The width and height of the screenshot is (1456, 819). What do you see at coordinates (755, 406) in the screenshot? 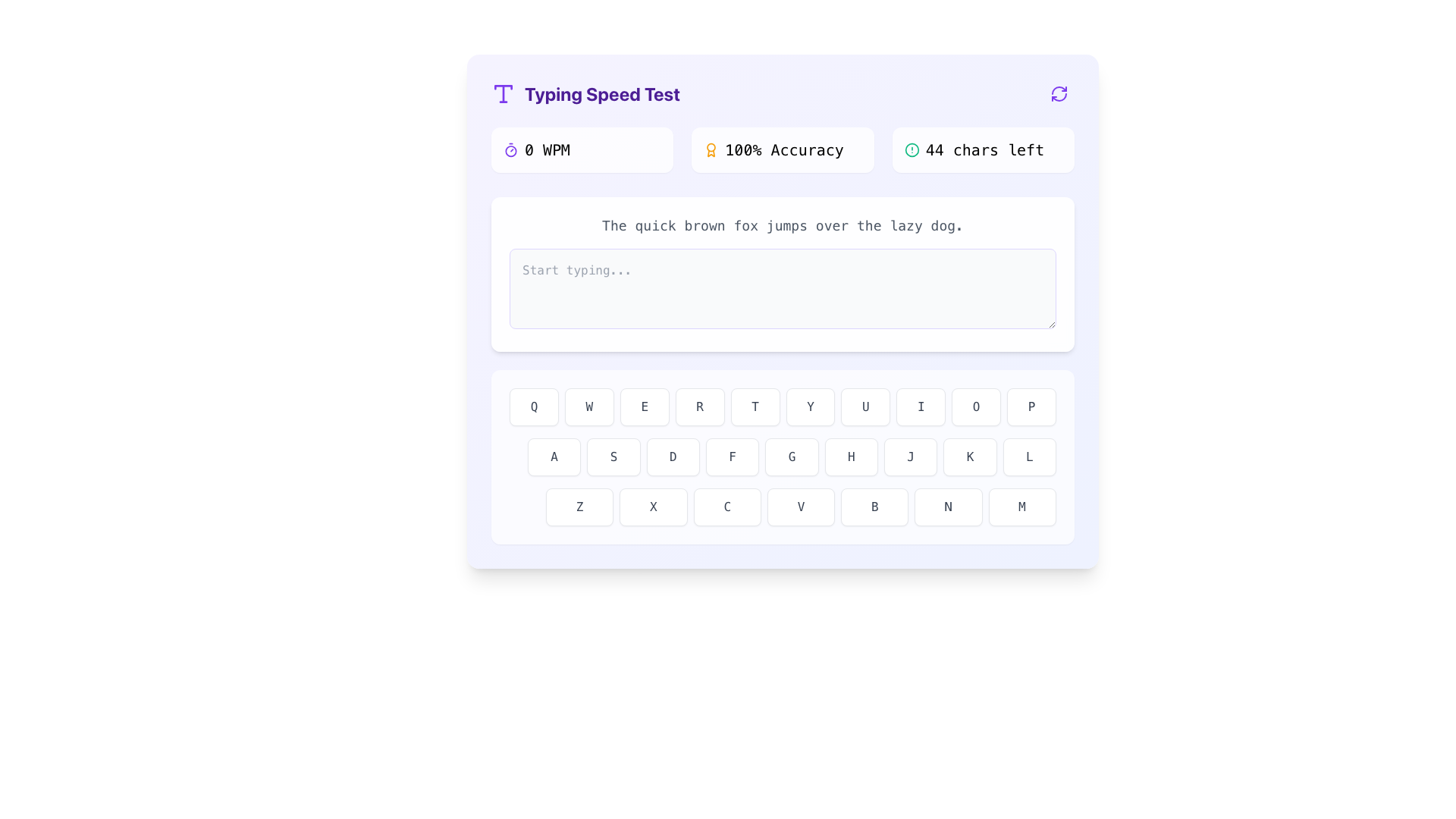
I see `the button that inputs the letter 'T', which is the fifth key in a horizontal row of a virtual keyboard` at bounding box center [755, 406].